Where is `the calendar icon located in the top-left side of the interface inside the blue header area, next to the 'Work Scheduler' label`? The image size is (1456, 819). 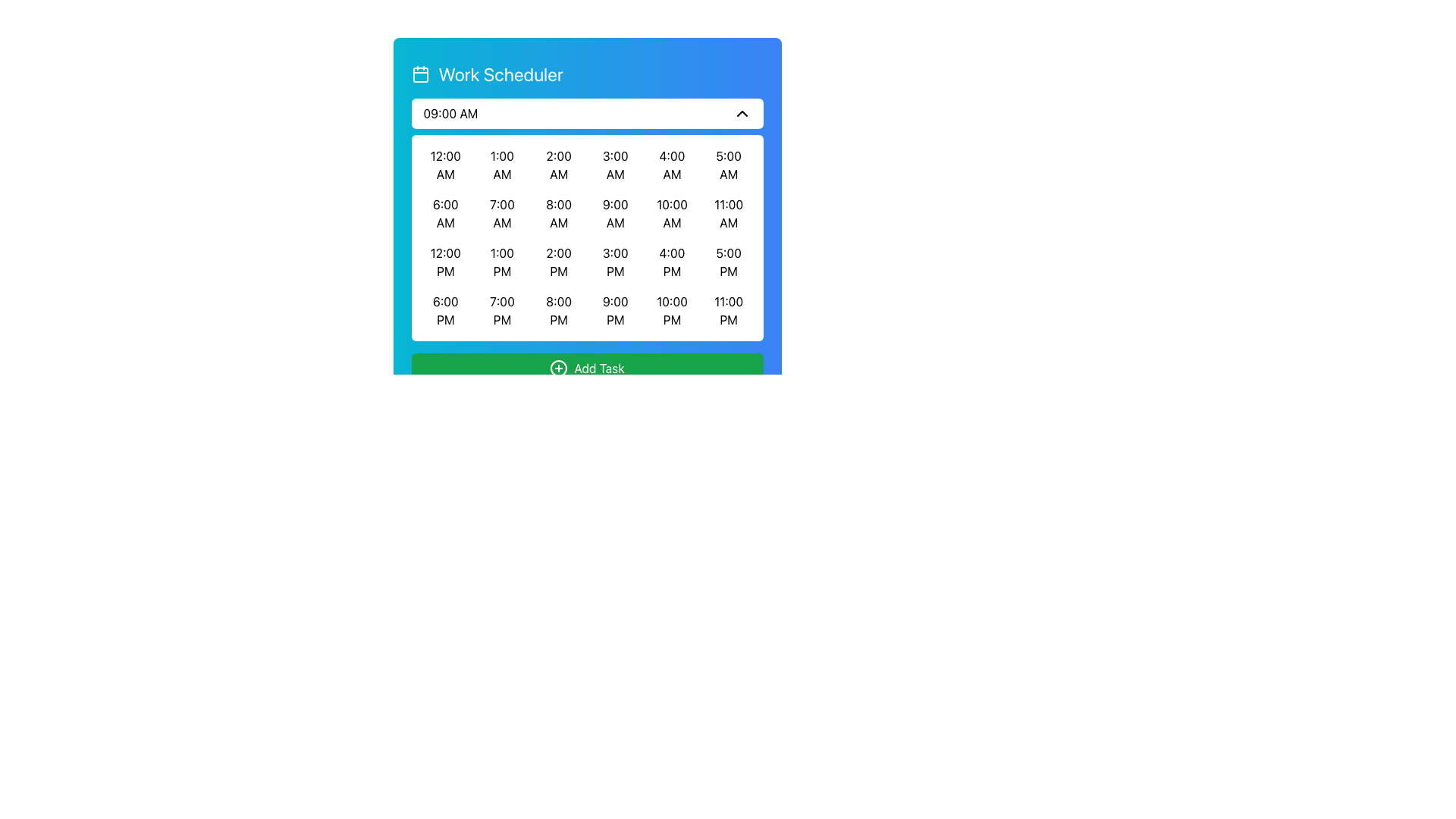 the calendar icon located in the top-left side of the interface inside the blue header area, next to the 'Work Scheduler' label is located at coordinates (420, 74).